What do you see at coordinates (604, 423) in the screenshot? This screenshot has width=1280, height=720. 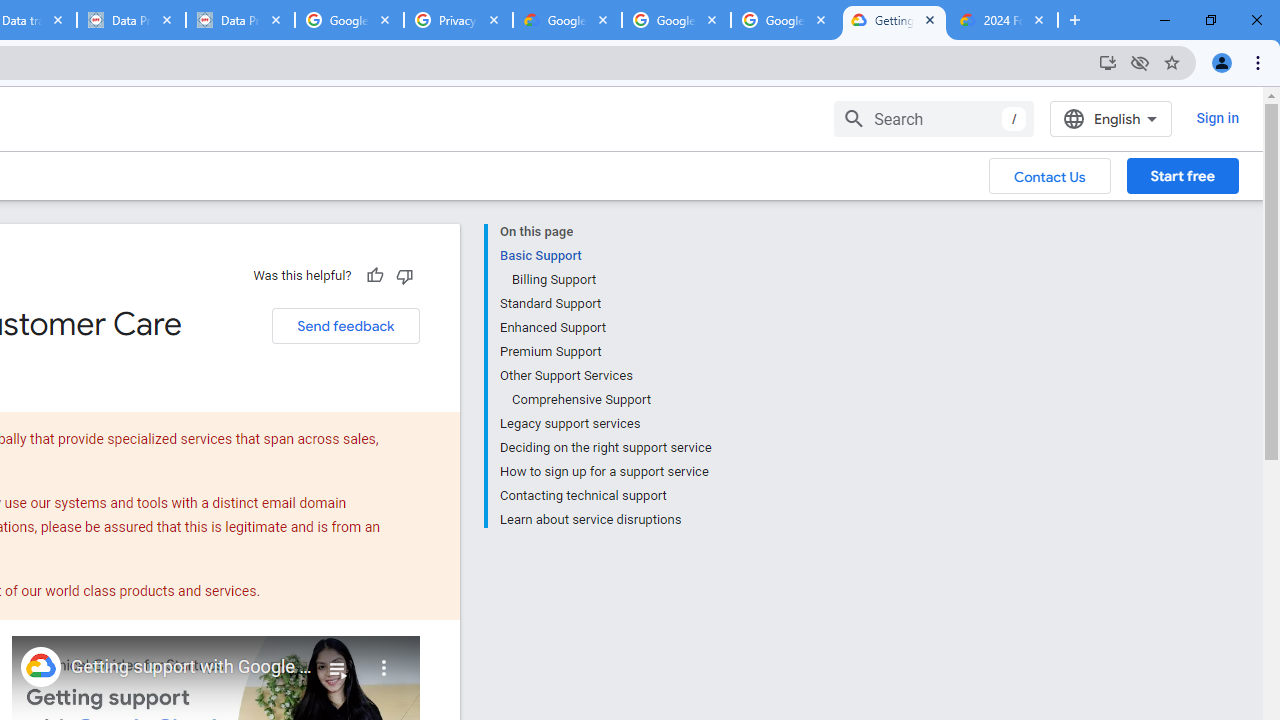 I see `'Legacy support services'` at bounding box center [604, 423].